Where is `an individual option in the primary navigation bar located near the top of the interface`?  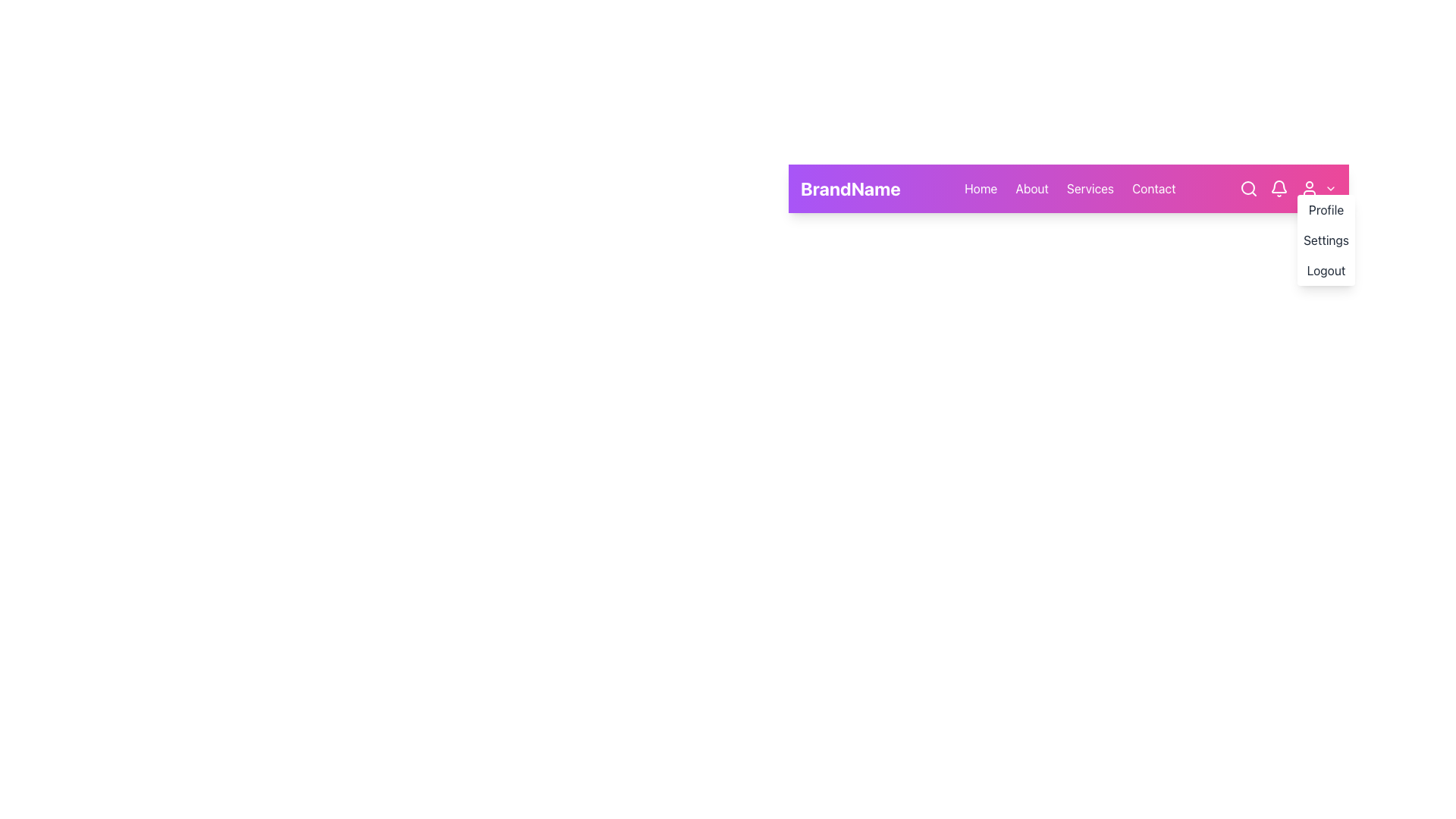
an individual option in the primary navigation bar located near the top of the interface is located at coordinates (1068, 188).